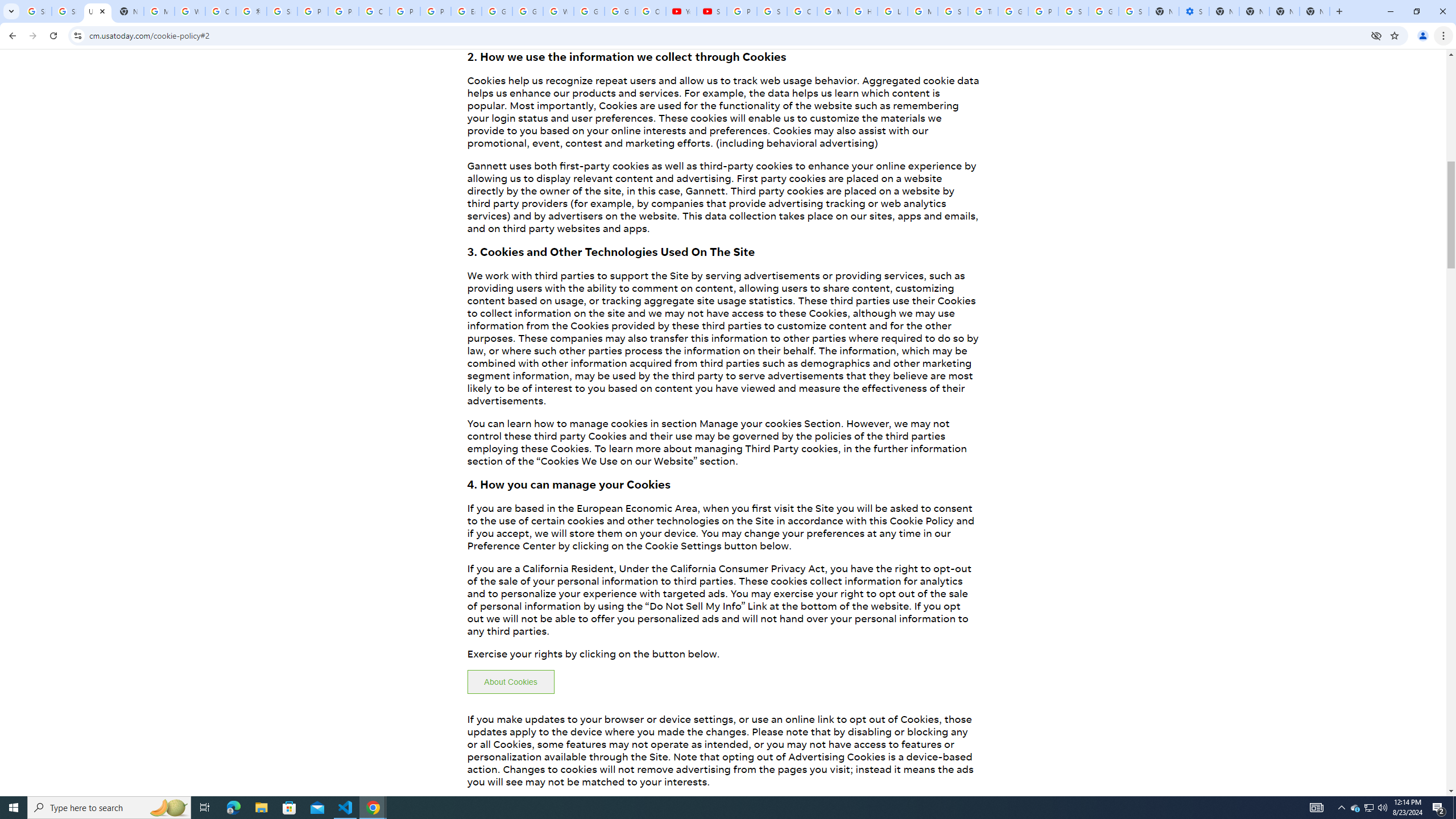  Describe the element at coordinates (681, 11) in the screenshot. I see `'YouTube'` at that location.